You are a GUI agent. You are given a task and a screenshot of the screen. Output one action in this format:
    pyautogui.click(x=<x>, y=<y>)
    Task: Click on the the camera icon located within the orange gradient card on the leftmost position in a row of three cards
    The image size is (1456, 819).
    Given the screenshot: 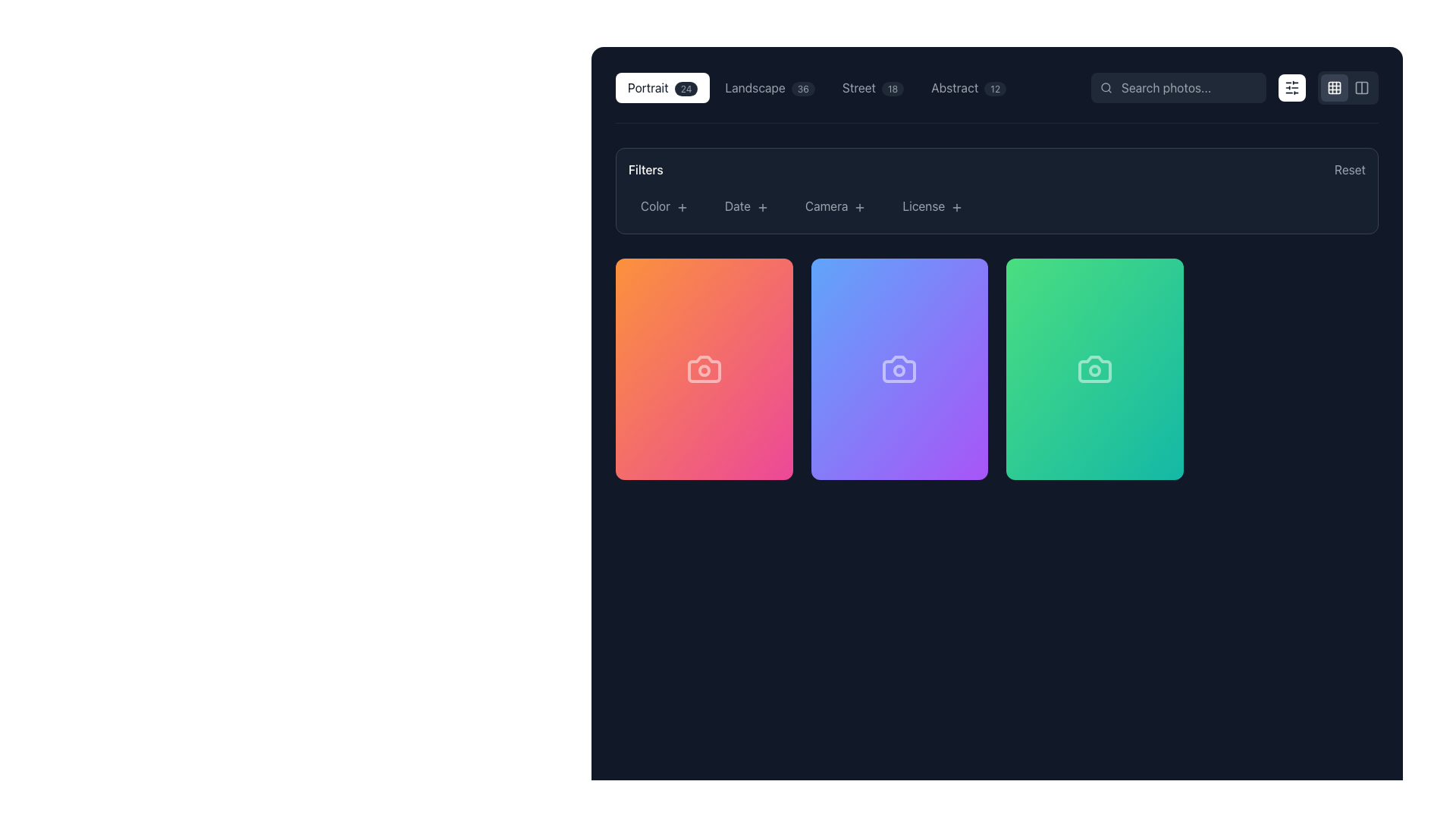 What is the action you would take?
    pyautogui.click(x=703, y=369)
    